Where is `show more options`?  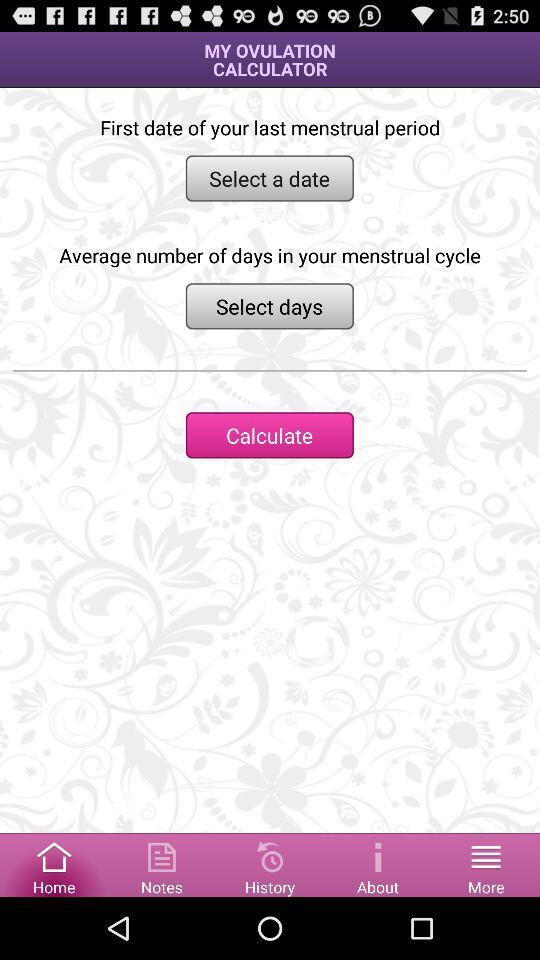
show more options is located at coordinates (485, 863).